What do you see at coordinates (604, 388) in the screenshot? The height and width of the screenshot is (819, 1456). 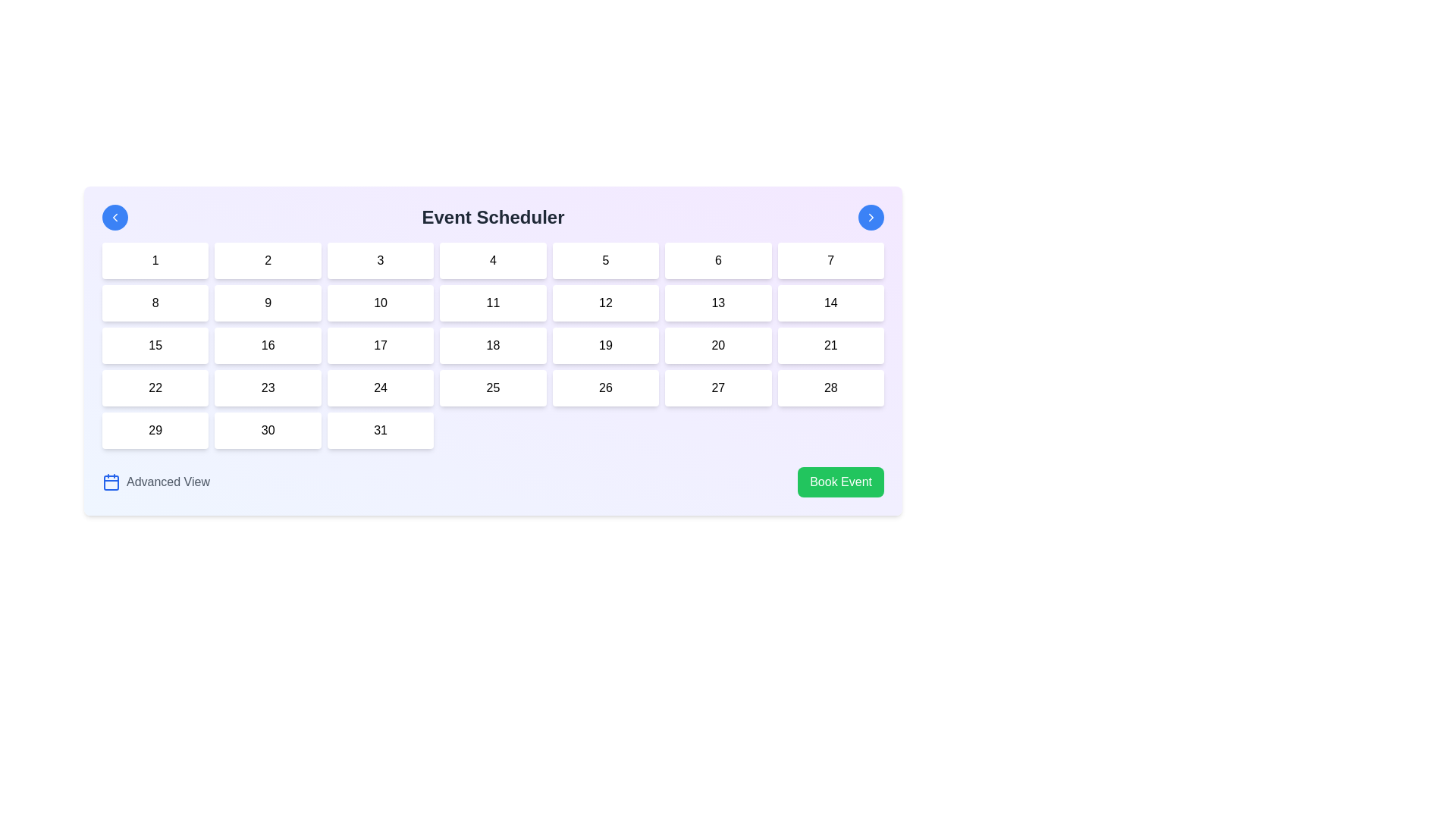 I see `the white button with the number '26' in bold black font, located in the fourth row and sixth column of the calendar grid` at bounding box center [604, 388].